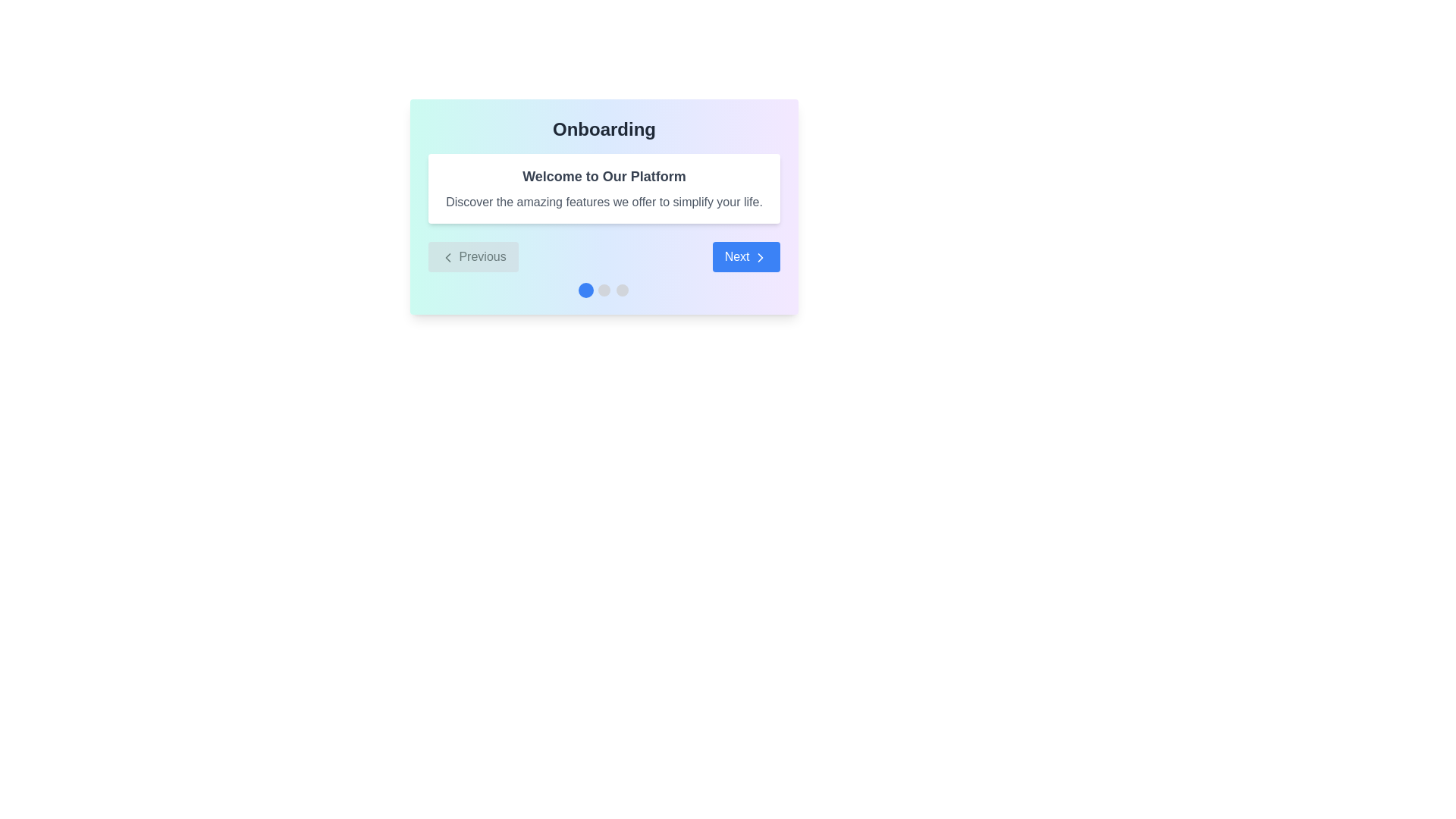 The image size is (1456, 819). Describe the element at coordinates (746, 256) in the screenshot. I see `the 'Next' button located at the right end of the 'Previous' and 'Next' button pair in the onboarding interface to proceed to the next step` at that location.